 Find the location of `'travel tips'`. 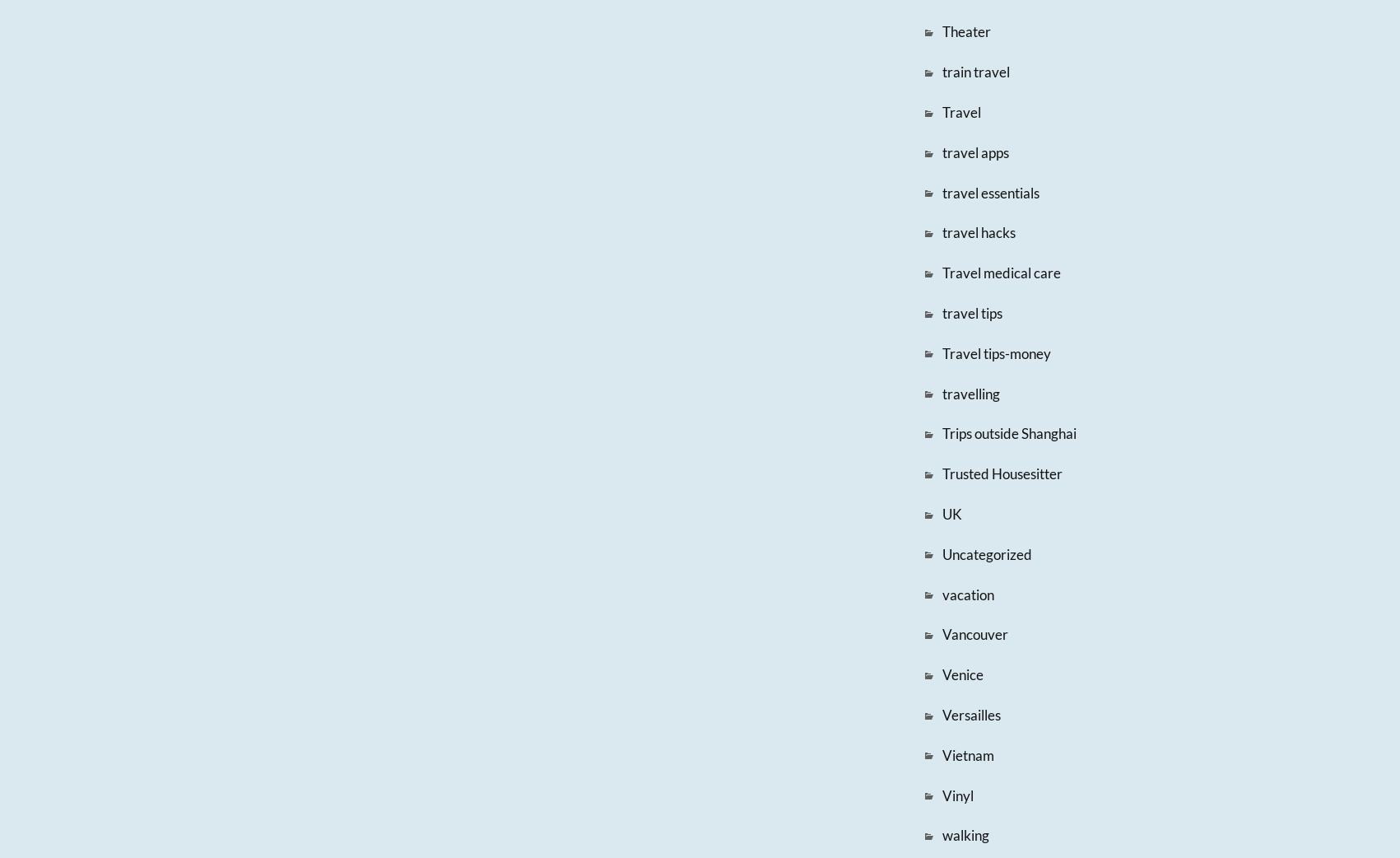

'travel tips' is located at coordinates (970, 312).